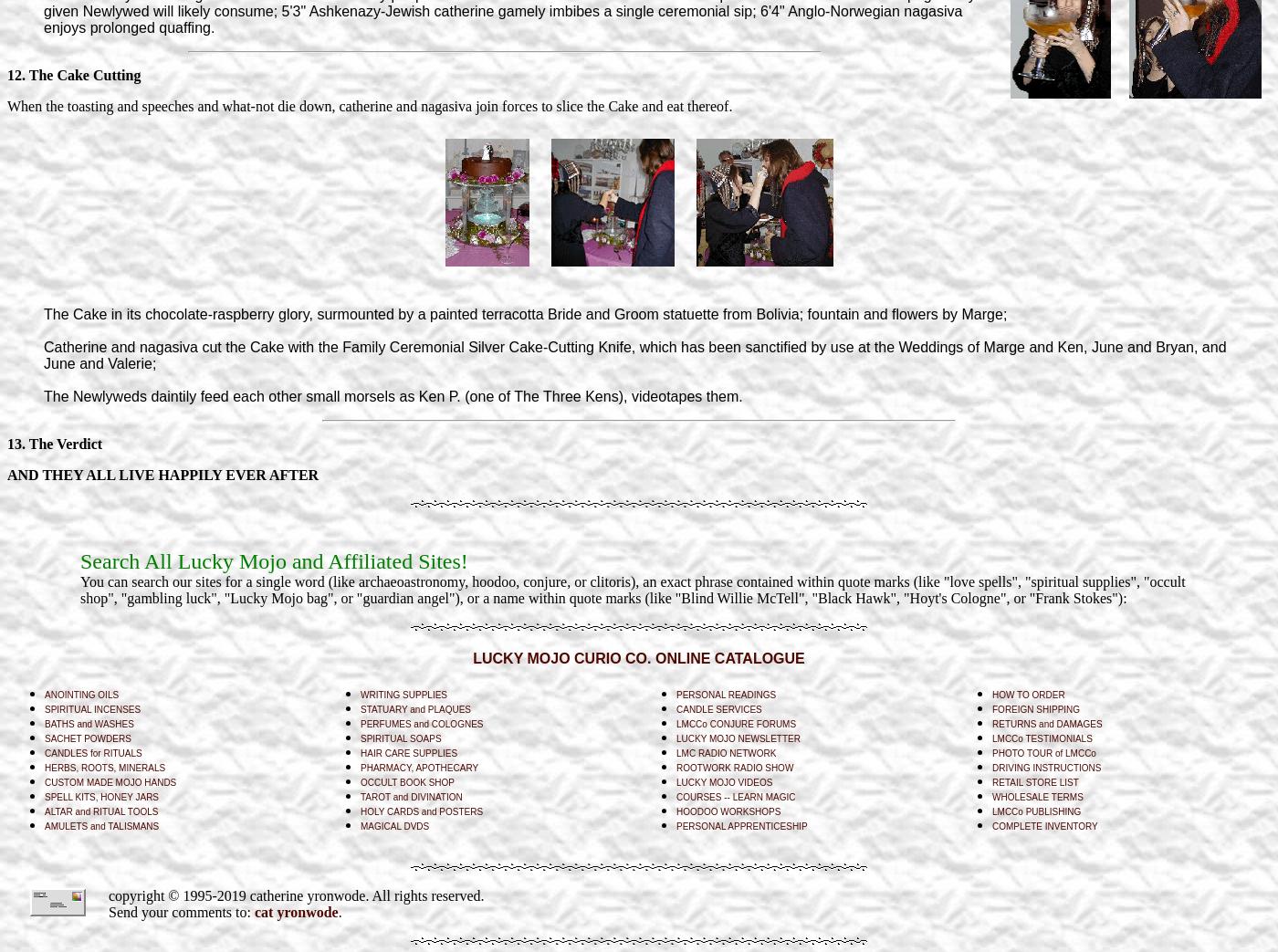 This screenshot has height=952, width=1278. What do you see at coordinates (726, 693) in the screenshot?
I see `'PERSONAL READINGS'` at bounding box center [726, 693].